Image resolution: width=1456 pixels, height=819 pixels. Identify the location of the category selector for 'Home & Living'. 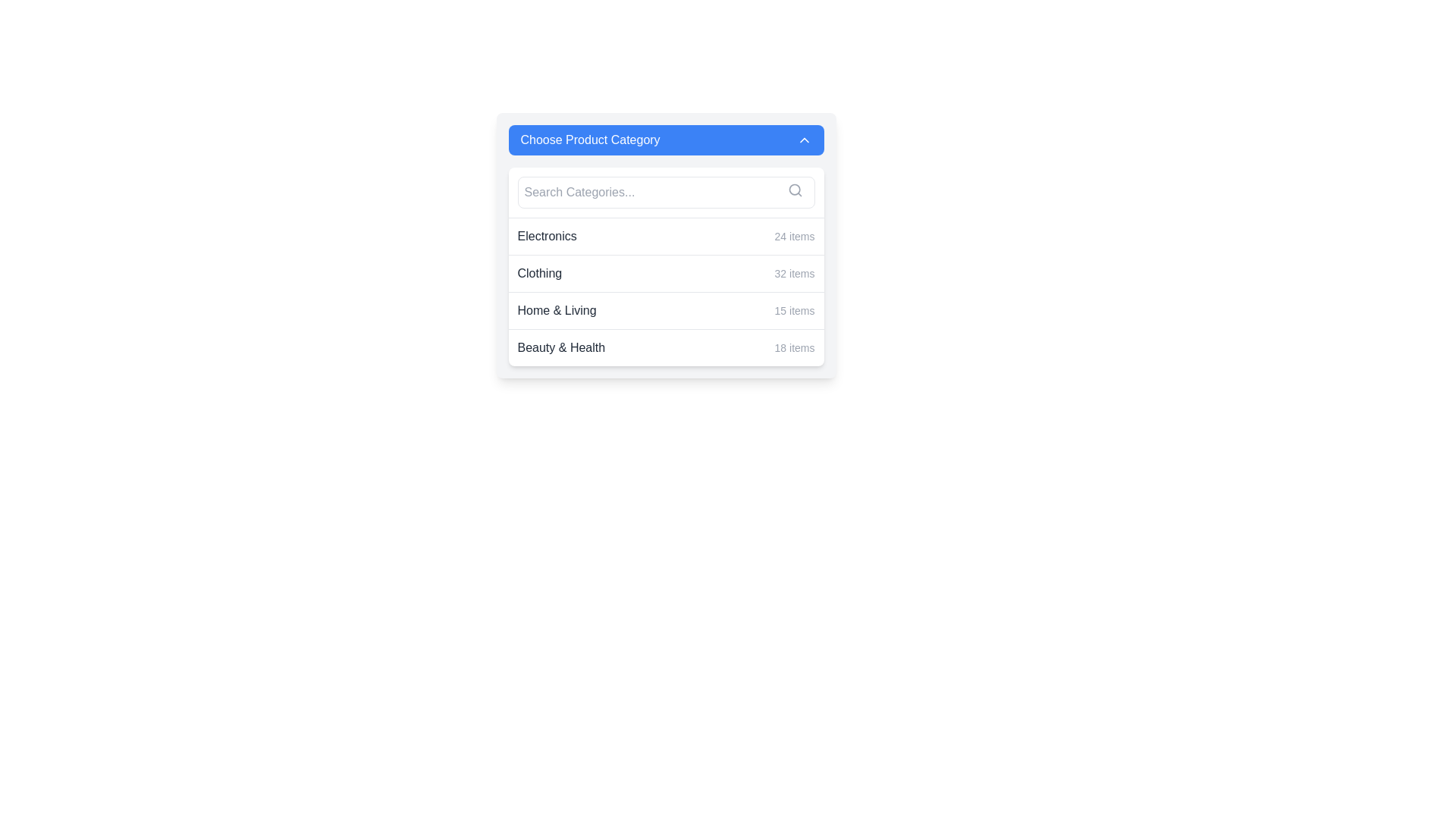
(666, 309).